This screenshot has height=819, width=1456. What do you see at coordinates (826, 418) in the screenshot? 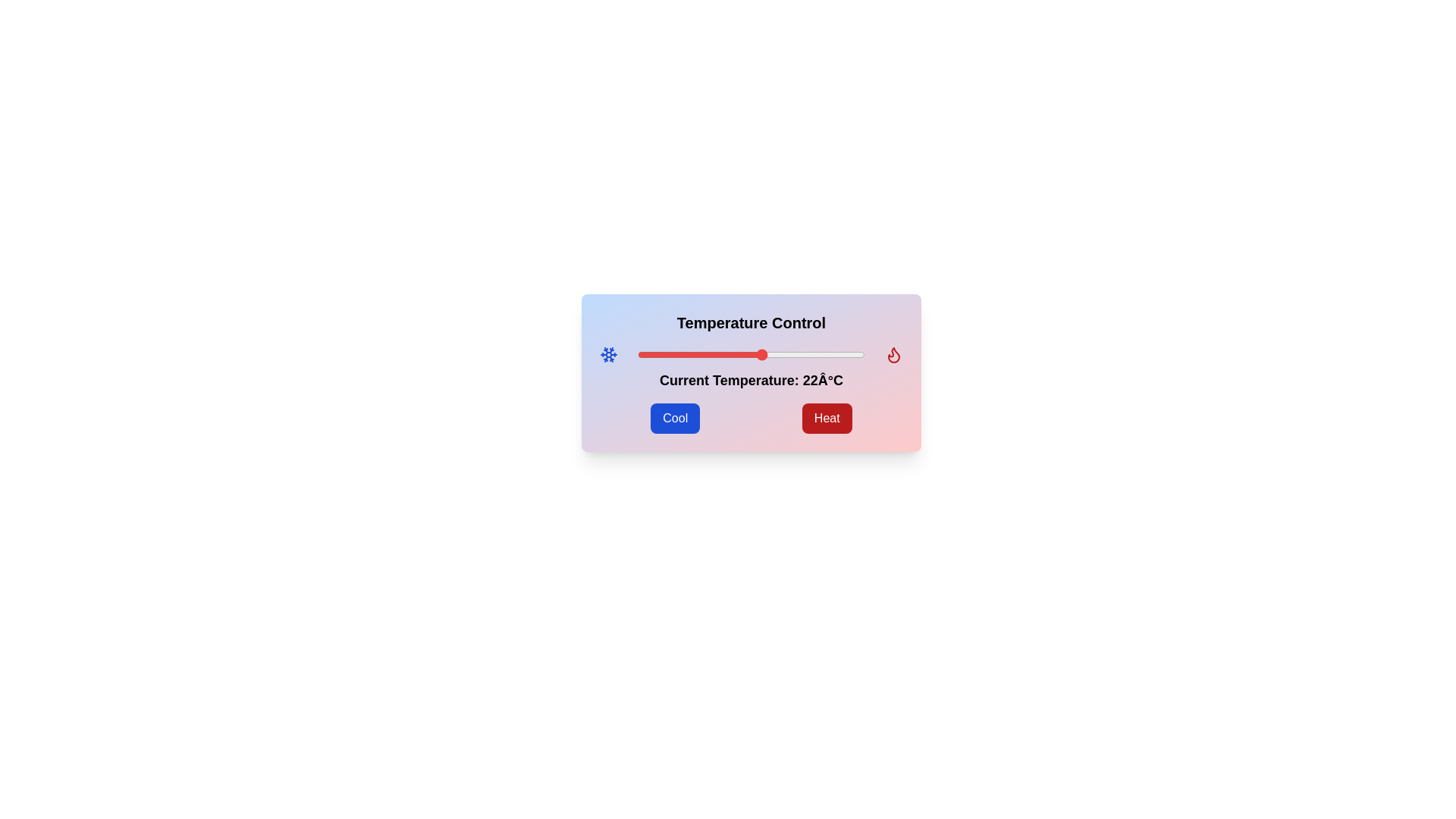
I see `the 'Heat' button to trigger the heating action` at bounding box center [826, 418].